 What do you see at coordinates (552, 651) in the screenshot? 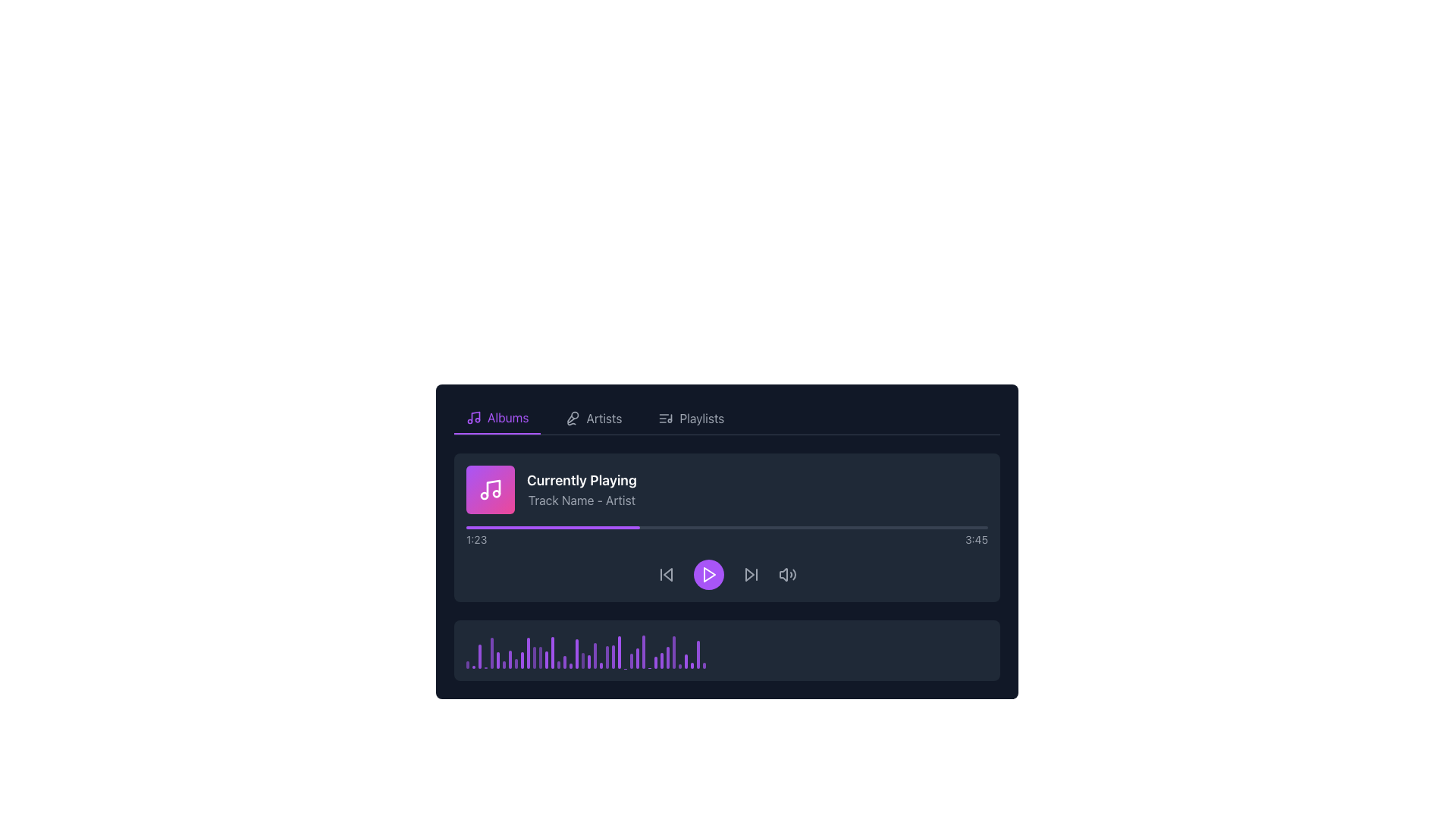
I see `the 15th vertical purple ProgressBar in the audio waveform representation of the music player interface` at bounding box center [552, 651].